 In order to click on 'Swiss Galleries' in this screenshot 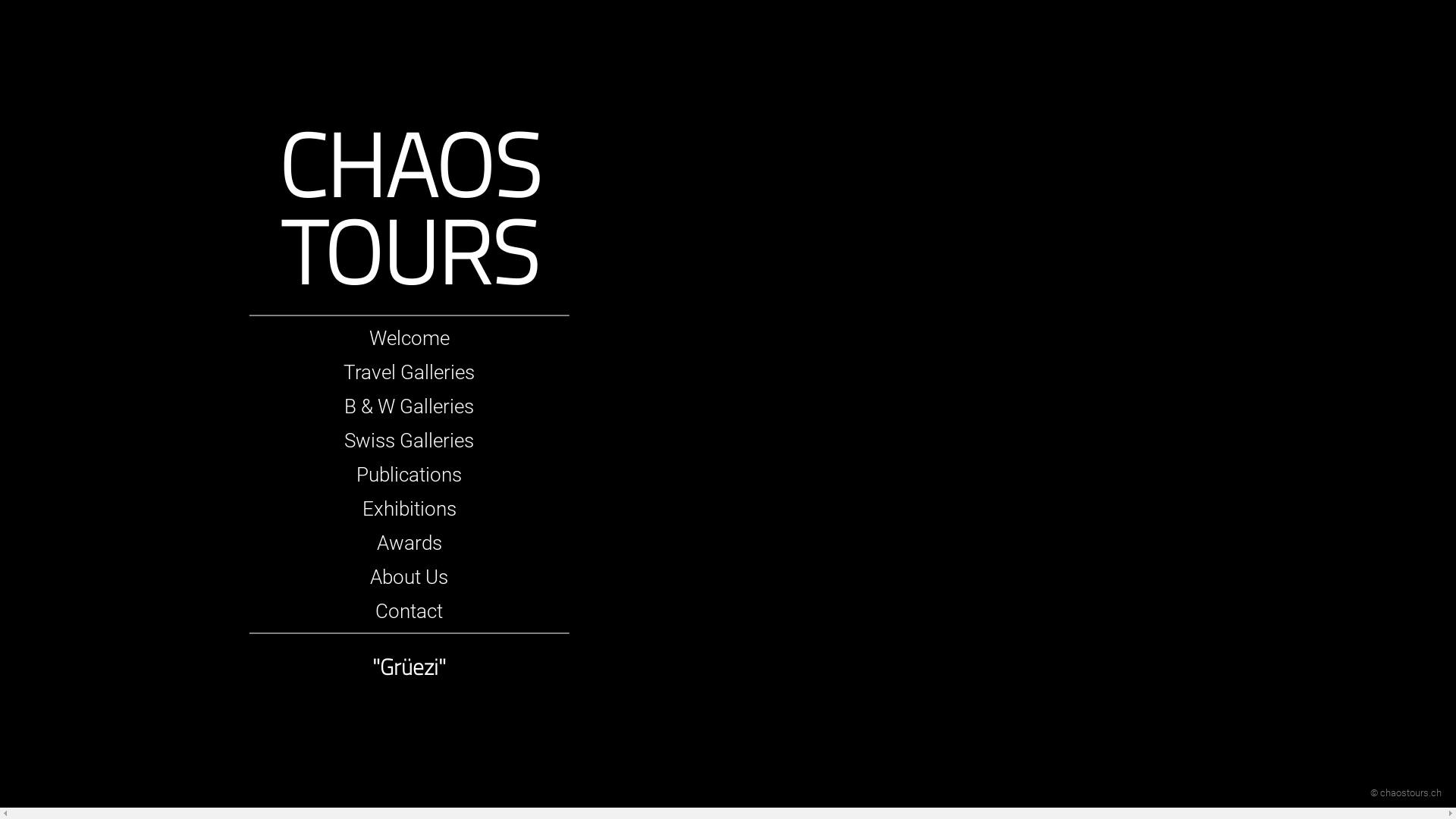, I will do `click(409, 441)`.